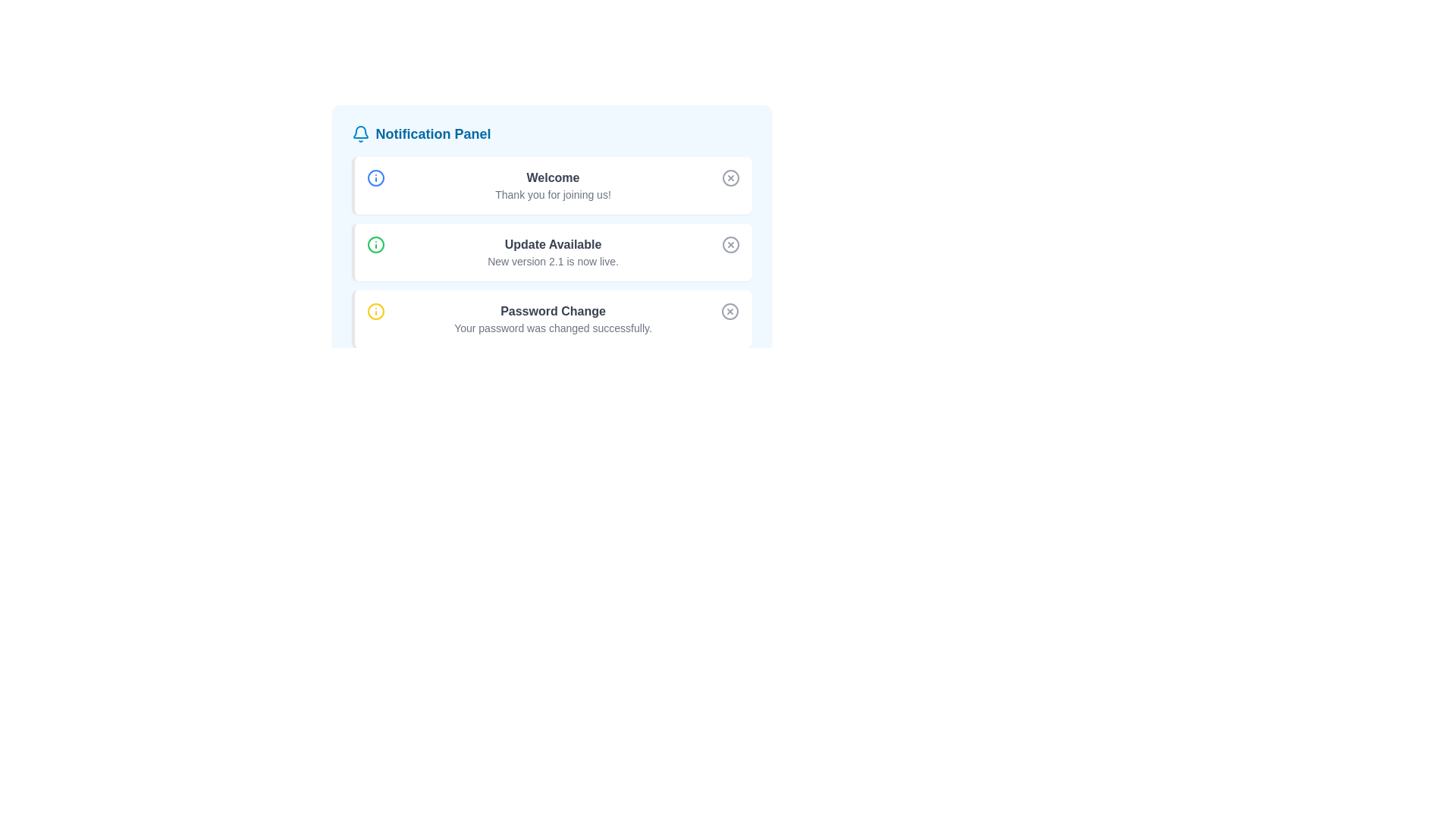 The width and height of the screenshot is (1456, 819). I want to click on the text label displaying the confirmation message for password update, located in the bottom section of the notification panel under the 'Password Change' heading, so click(552, 327).